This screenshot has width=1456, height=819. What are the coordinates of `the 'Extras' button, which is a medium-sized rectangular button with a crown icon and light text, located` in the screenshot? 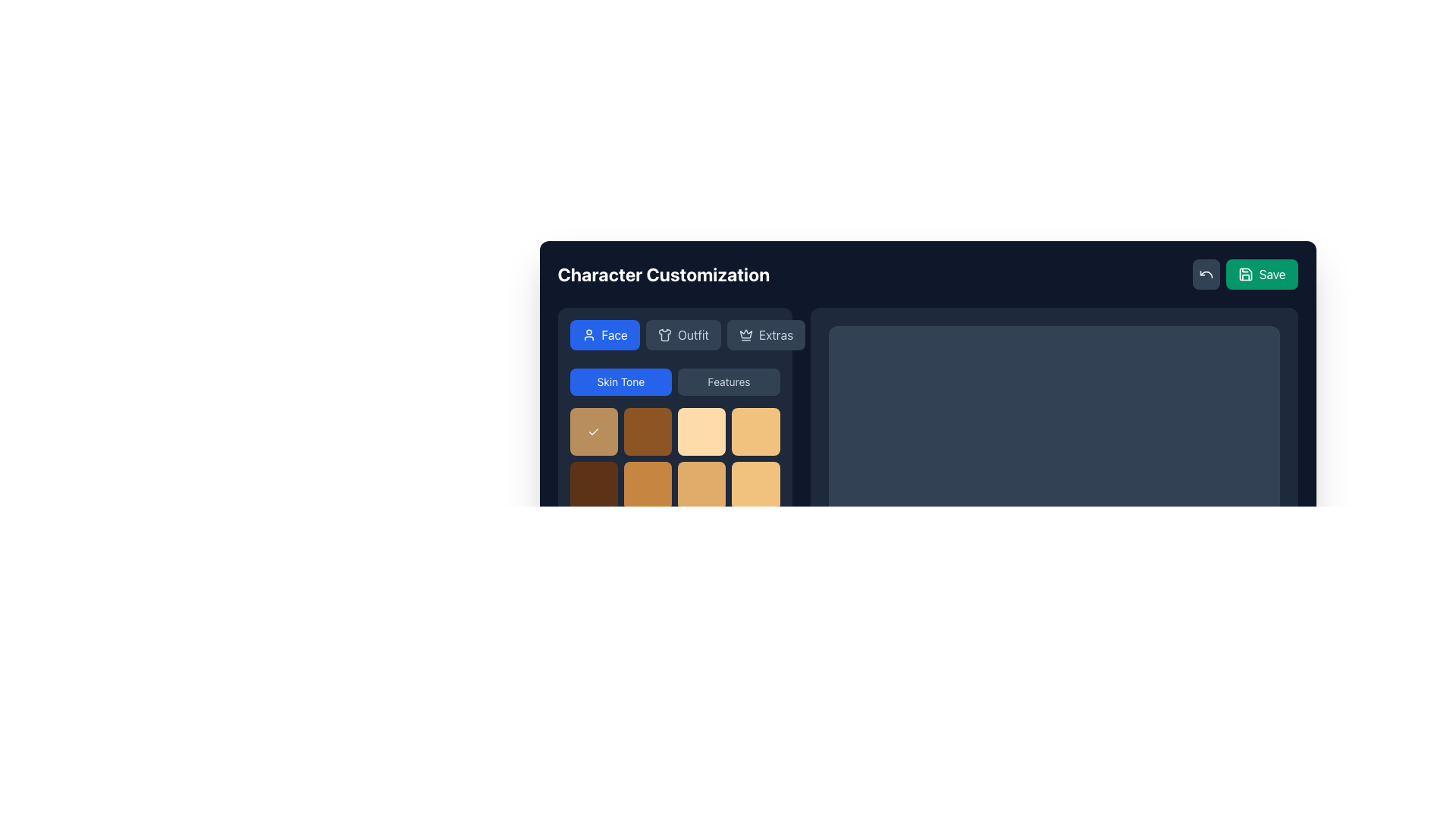 It's located at (765, 334).